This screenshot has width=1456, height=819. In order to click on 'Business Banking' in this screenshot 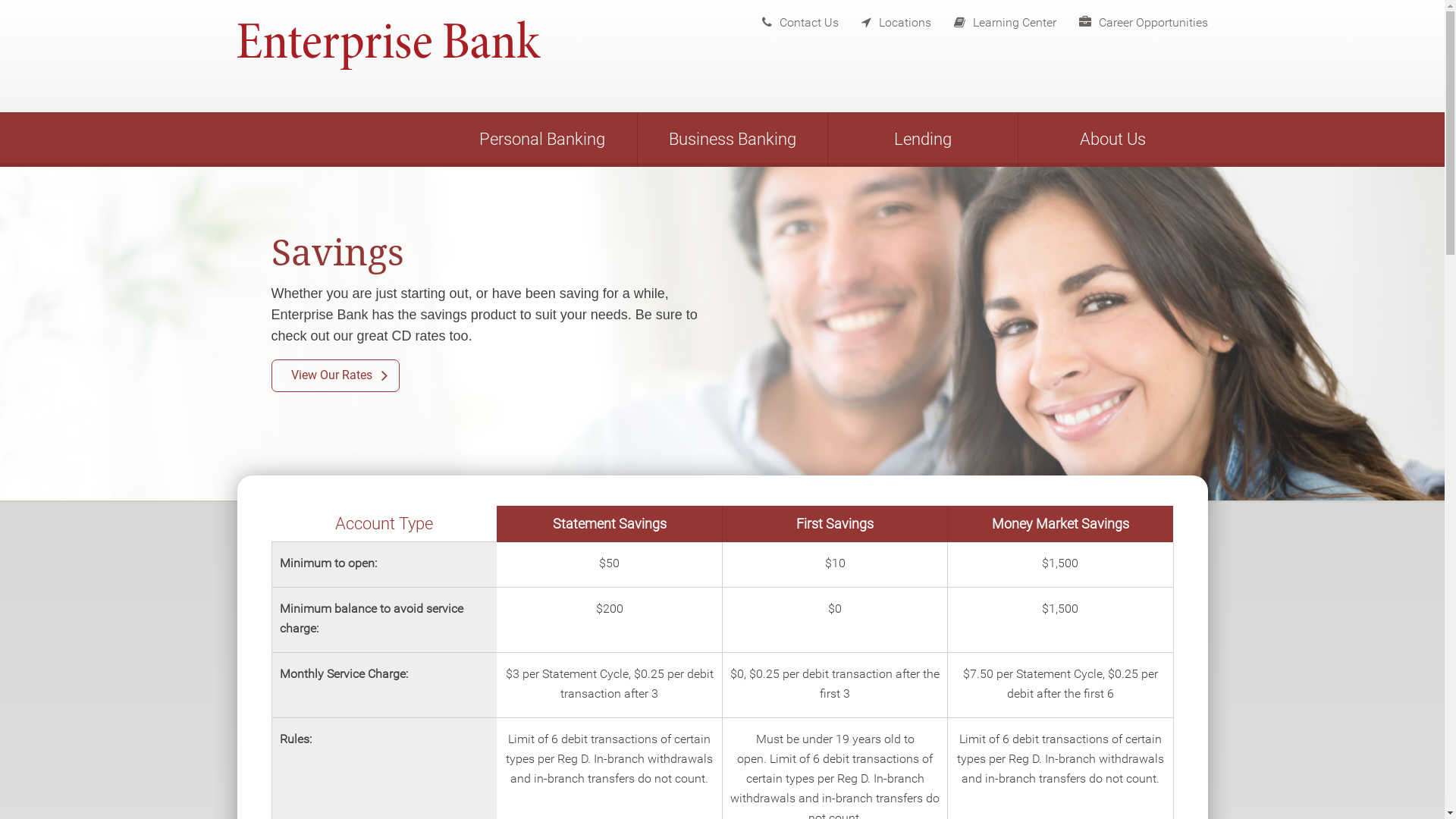, I will do `click(731, 140)`.